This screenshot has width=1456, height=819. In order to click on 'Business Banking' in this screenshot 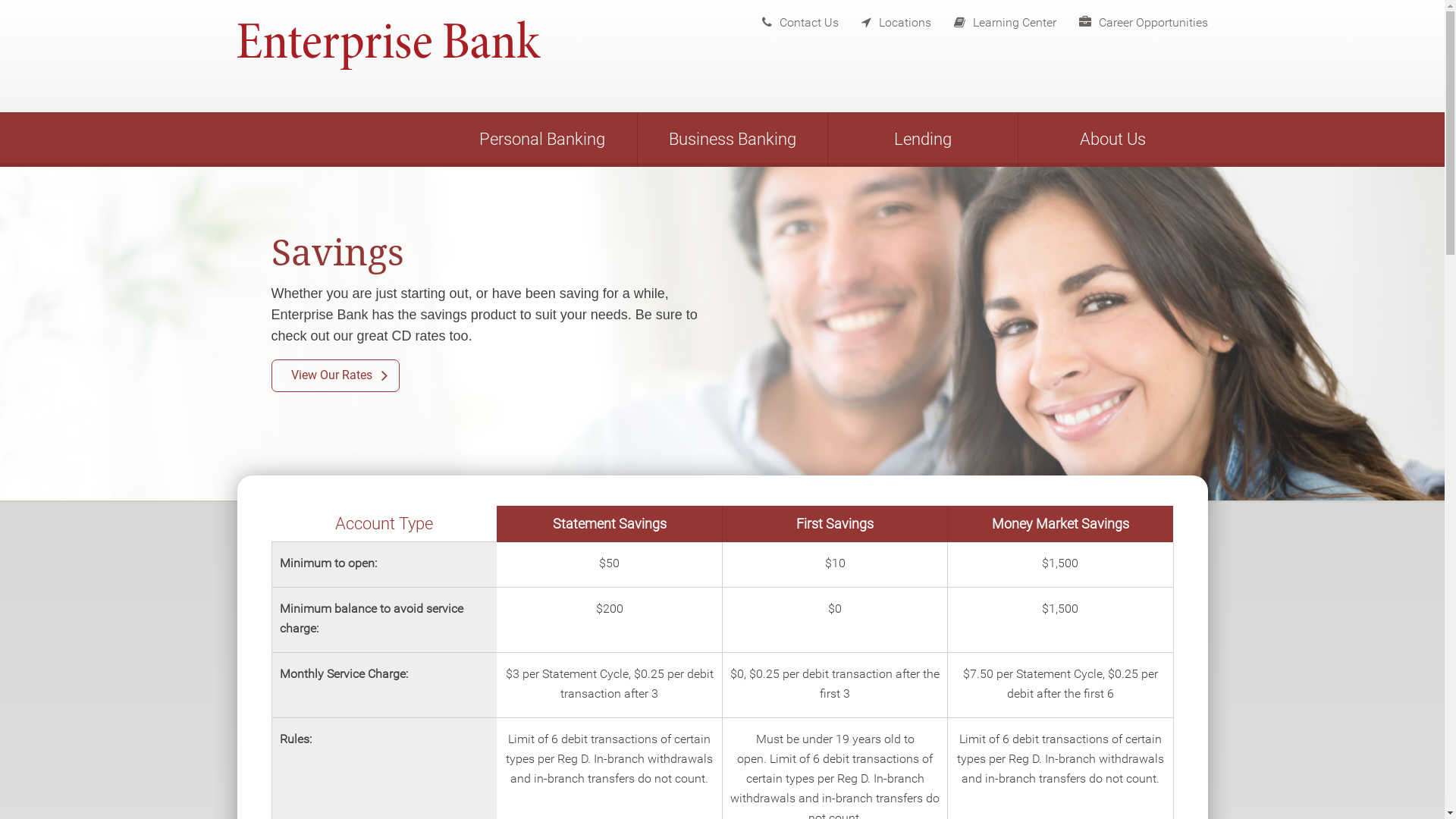, I will do `click(731, 140)`.